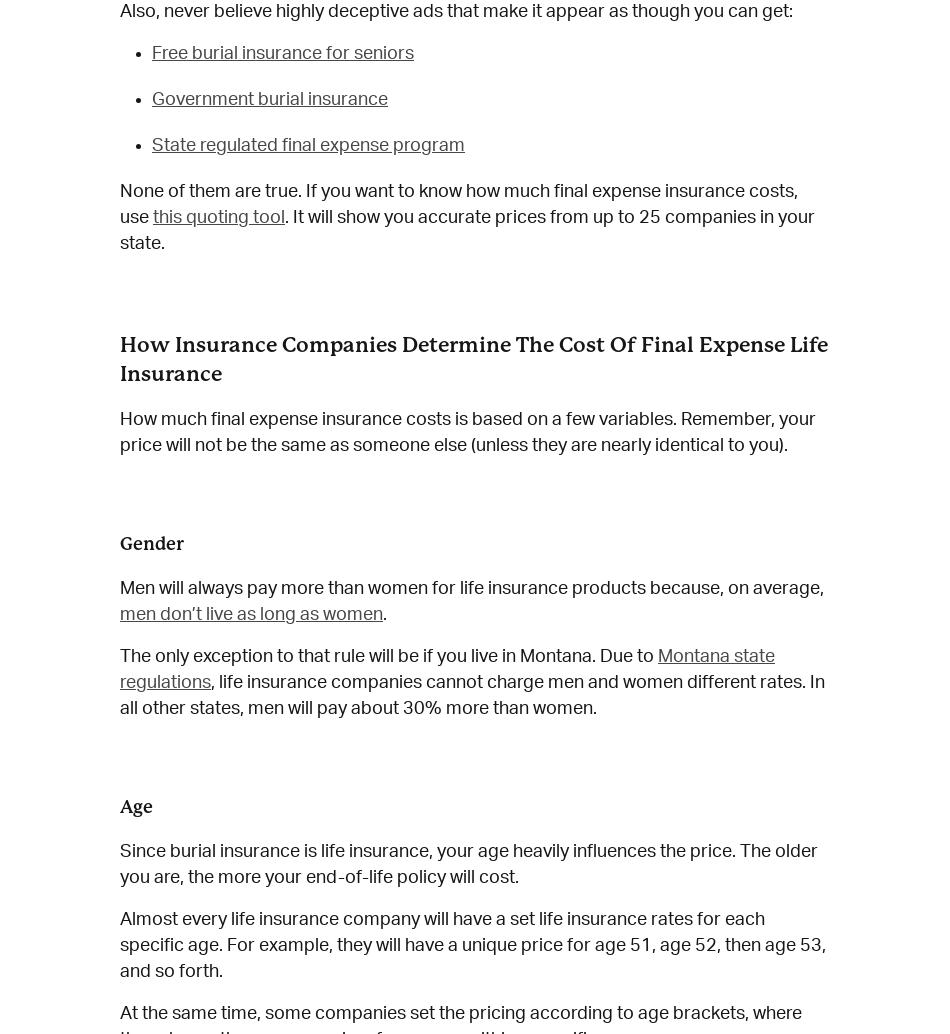 This screenshot has height=1034, width=950. What do you see at coordinates (119, 588) in the screenshot?
I see `'Men will always pay more than women for life insurance products because, on average,'` at bounding box center [119, 588].